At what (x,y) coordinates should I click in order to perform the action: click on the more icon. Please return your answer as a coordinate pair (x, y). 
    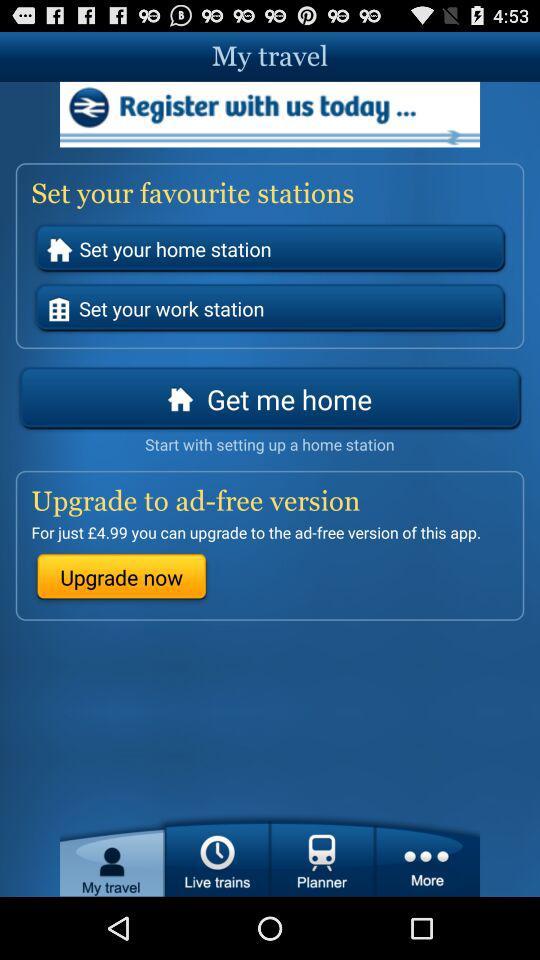
    Looking at the image, I should click on (426, 914).